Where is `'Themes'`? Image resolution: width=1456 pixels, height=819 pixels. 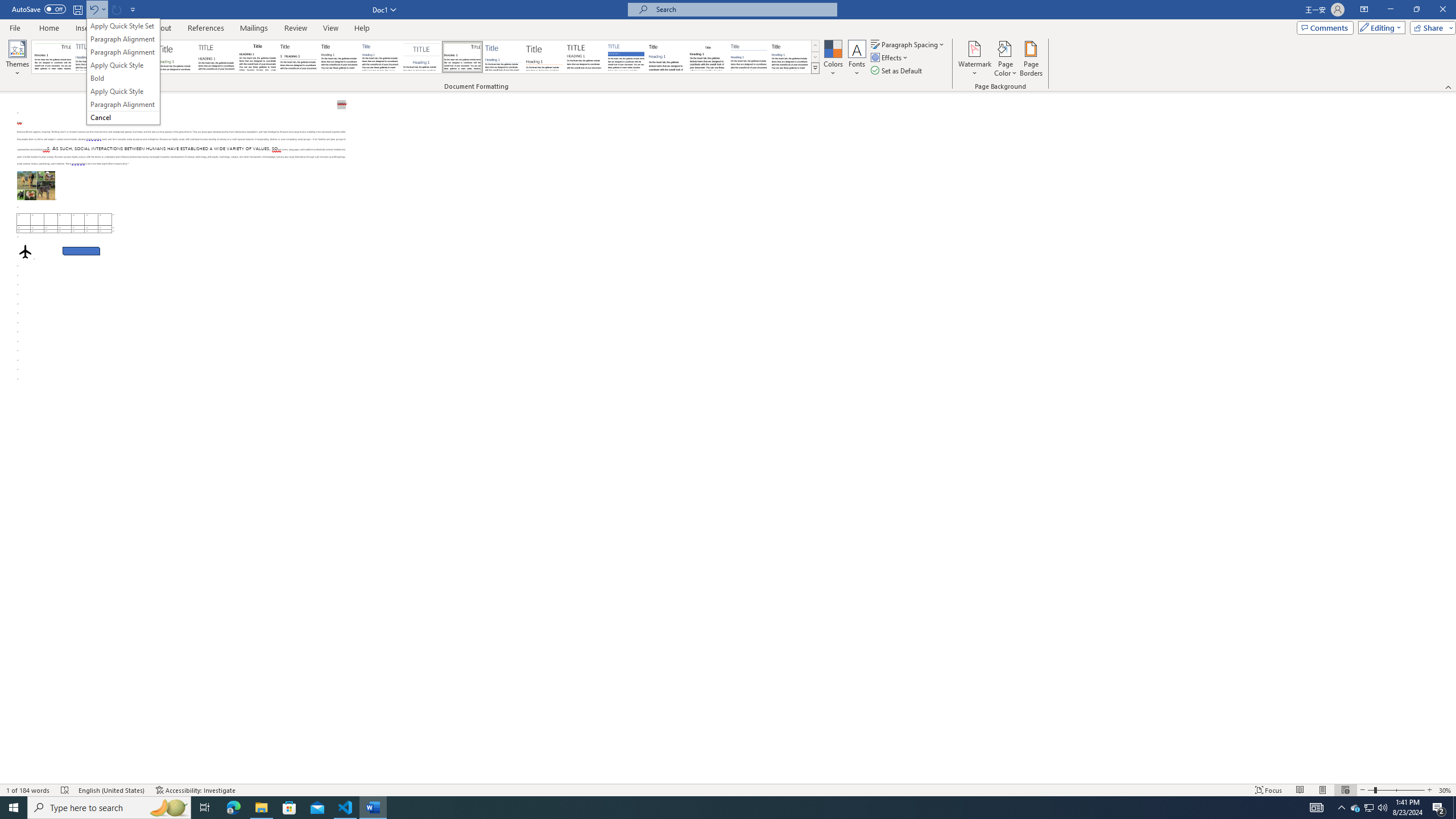
'Themes' is located at coordinates (16, 59).